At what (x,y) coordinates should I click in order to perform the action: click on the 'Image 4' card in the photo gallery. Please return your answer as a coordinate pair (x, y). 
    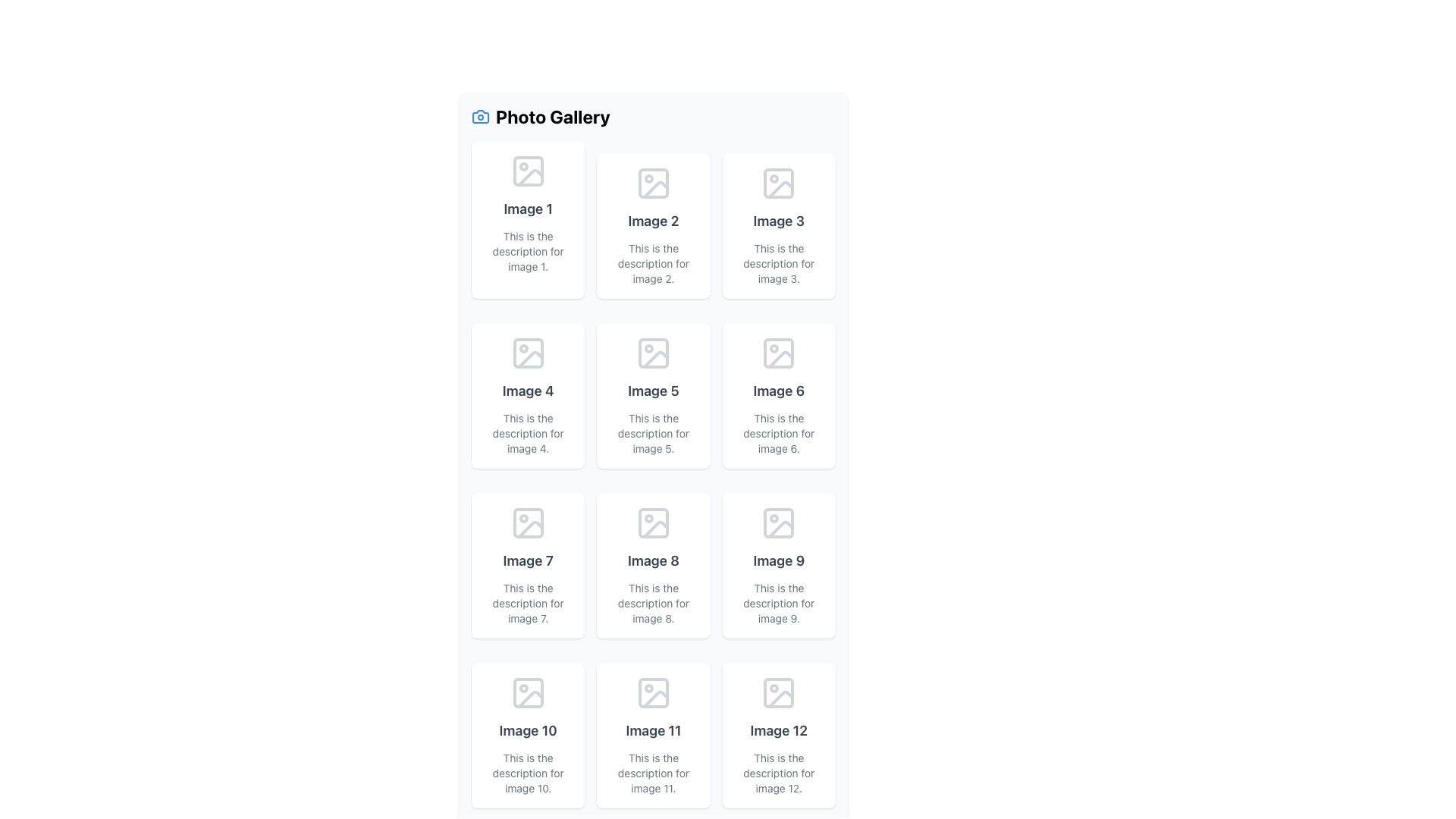
    Looking at the image, I should click on (528, 394).